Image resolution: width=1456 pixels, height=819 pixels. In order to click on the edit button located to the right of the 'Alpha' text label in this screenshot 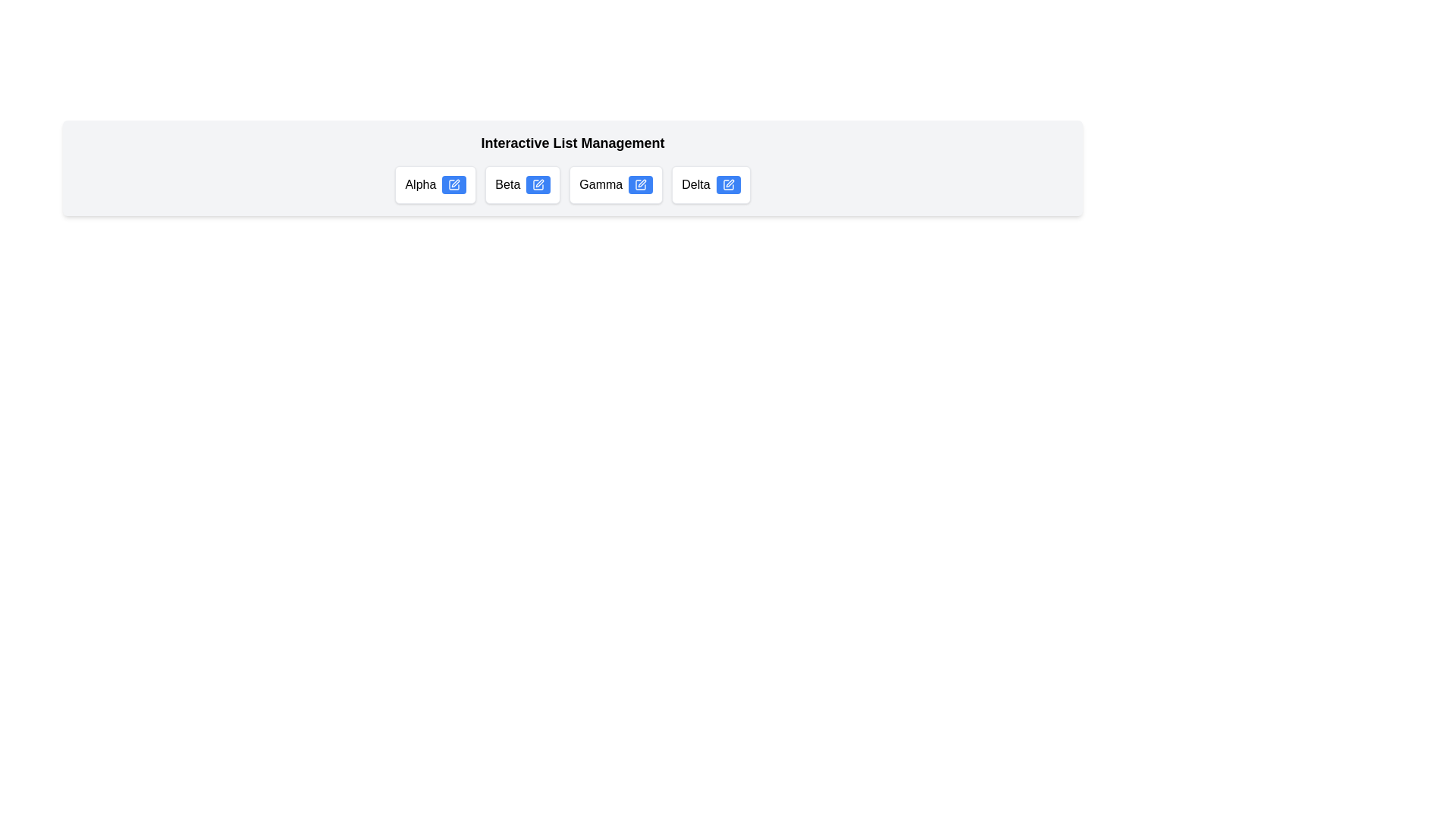, I will do `click(453, 184)`.